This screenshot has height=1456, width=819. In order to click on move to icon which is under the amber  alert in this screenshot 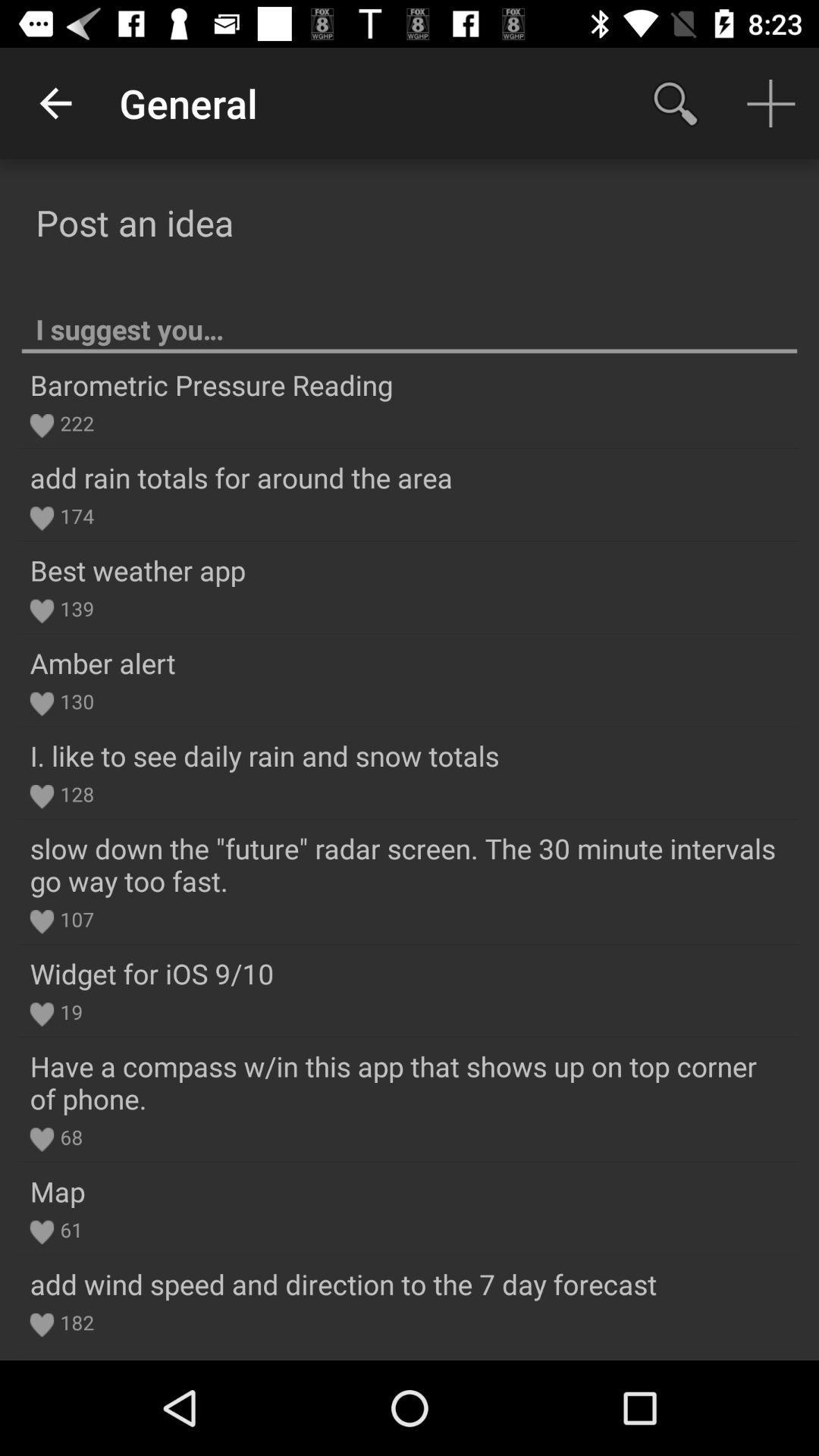, I will do `click(41, 703)`.